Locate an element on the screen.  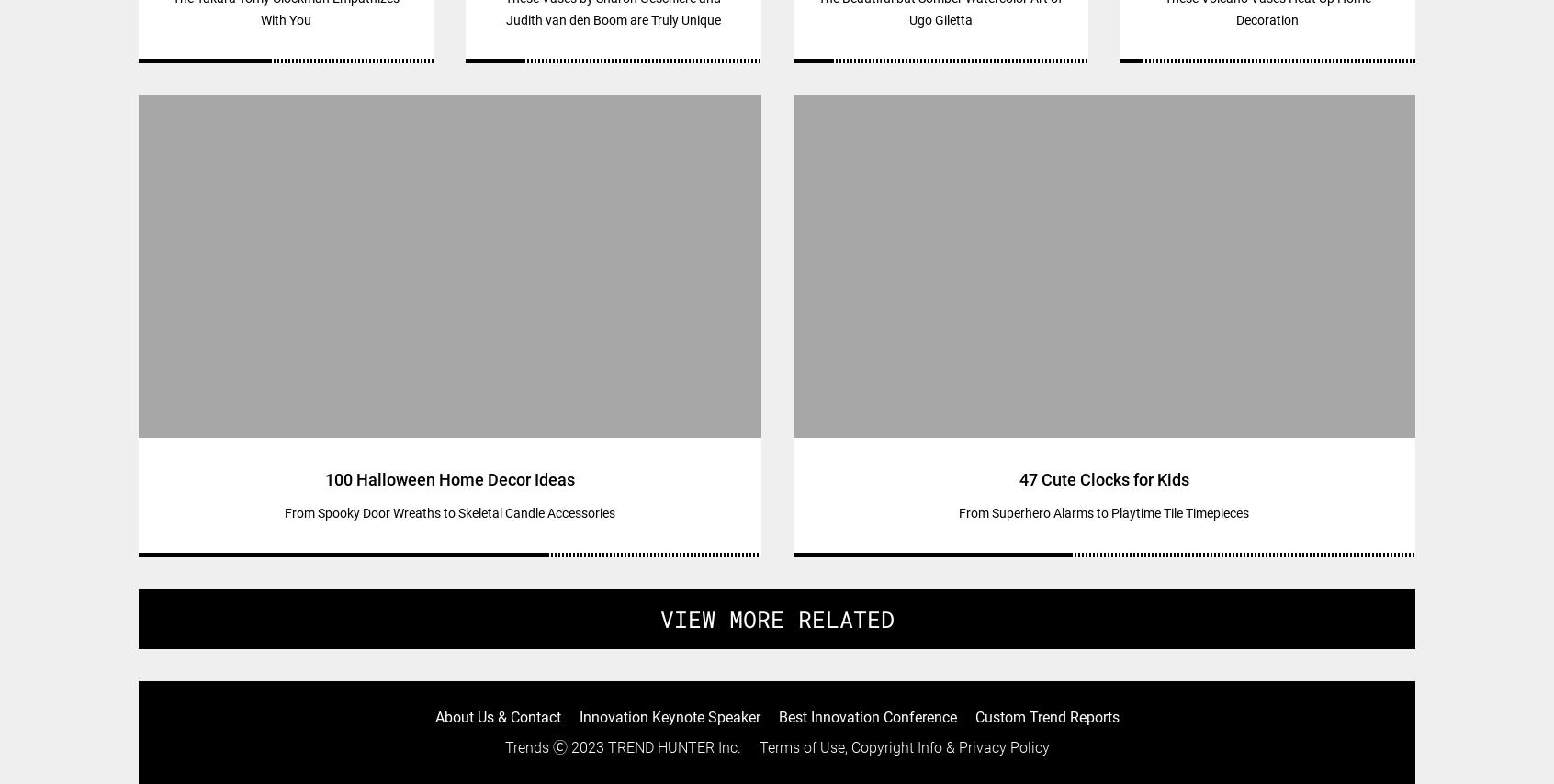
'TREND HUNTER Inc.' is located at coordinates (672, 745).